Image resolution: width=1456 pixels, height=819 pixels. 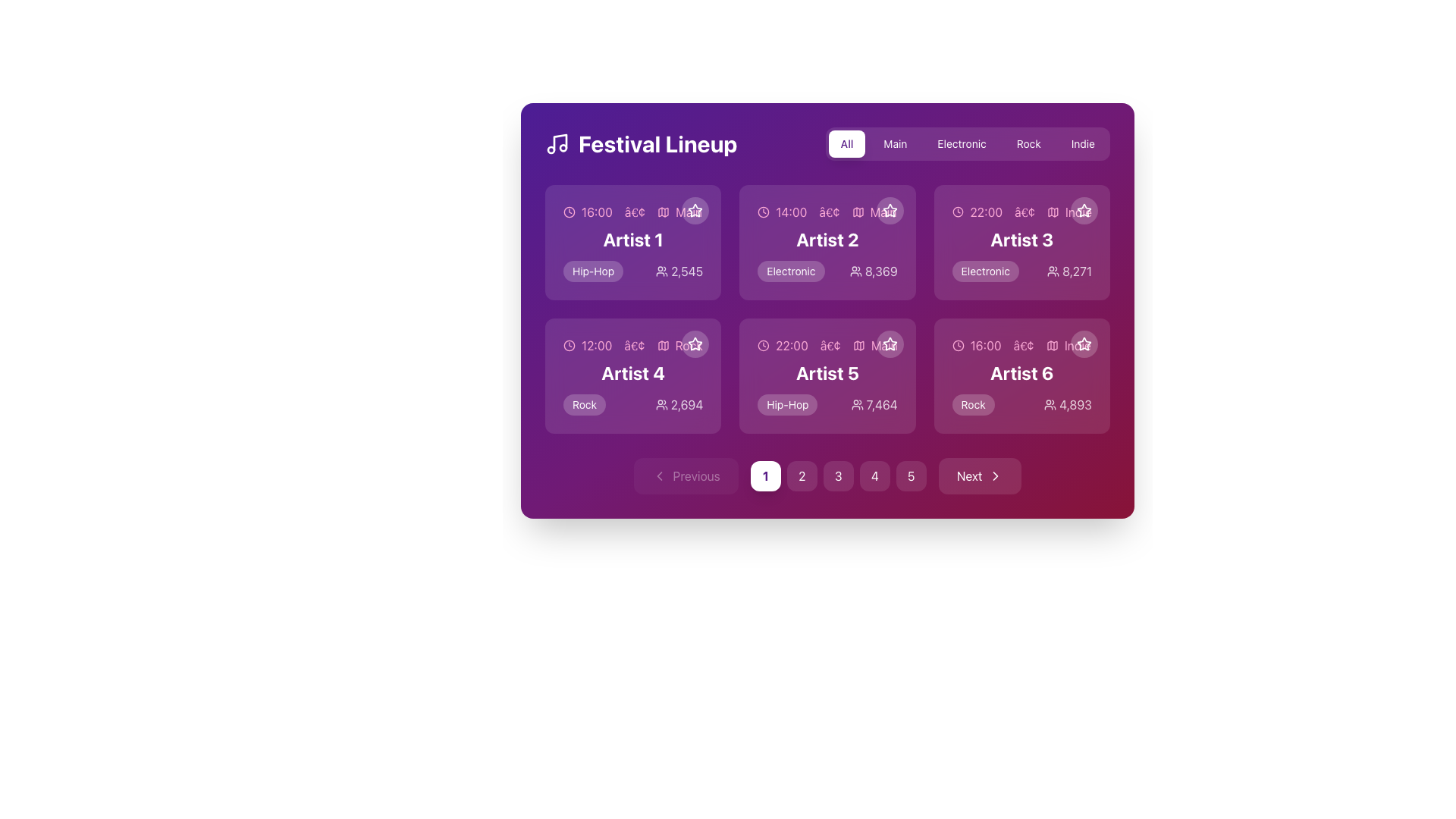 What do you see at coordinates (663, 345) in the screenshot?
I see `the small map icon located in the bottom-left corner of the card for 'Artist 4' in the festival lineup grid` at bounding box center [663, 345].